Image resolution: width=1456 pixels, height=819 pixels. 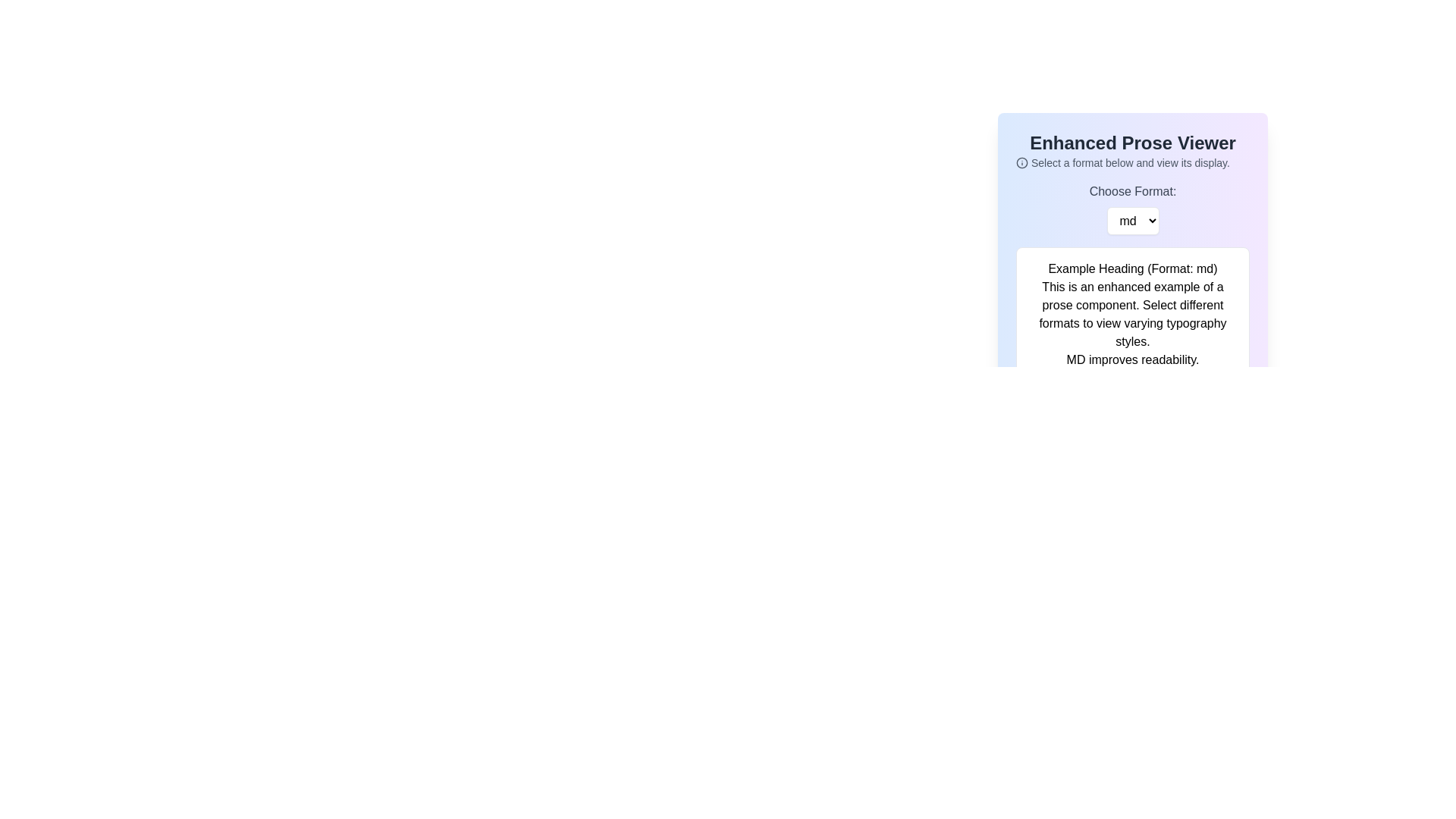 I want to click on the dropdown menu labeled 'md' located beneath 'Choose Format:' in the 'Enhanced Prose Viewer' section, so click(x=1132, y=220).